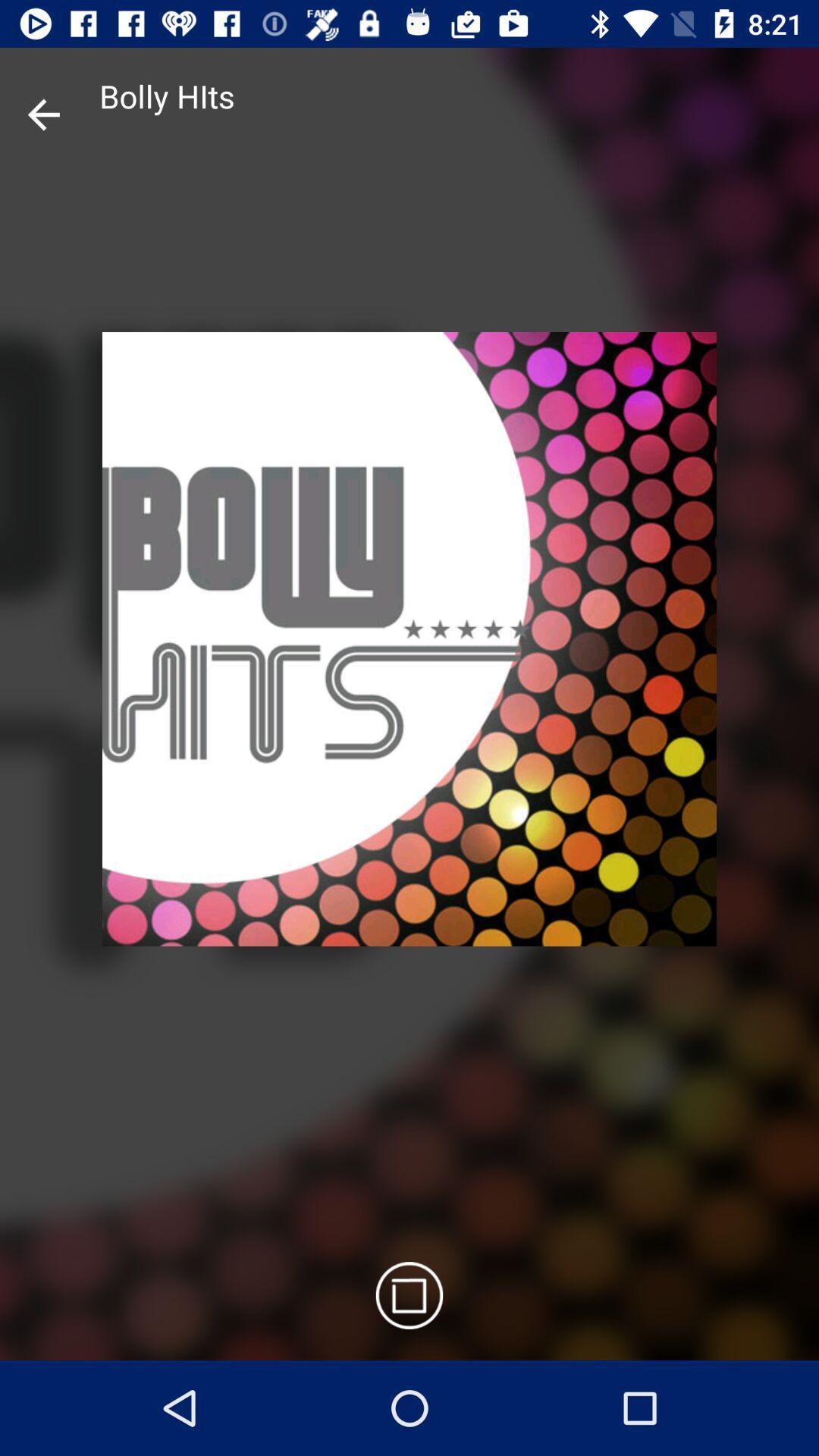 Image resolution: width=819 pixels, height=1456 pixels. Describe the element at coordinates (42, 114) in the screenshot. I see `the arrow_backward icon` at that location.